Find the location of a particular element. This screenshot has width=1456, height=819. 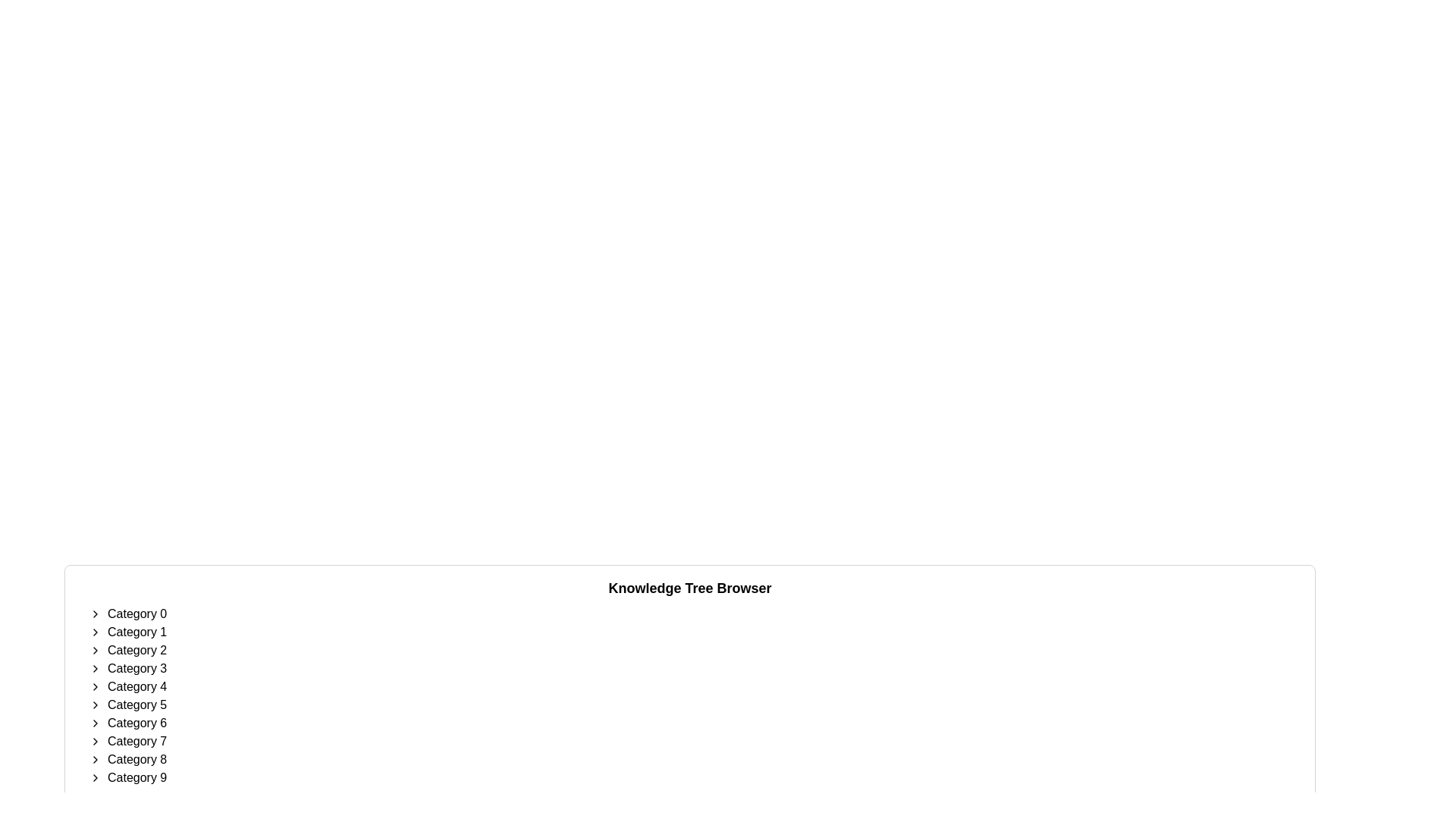

the chevron icon that indicates expansion for the 'Category 1' section, located to the left of the text 'Category 1' is located at coordinates (94, 632).